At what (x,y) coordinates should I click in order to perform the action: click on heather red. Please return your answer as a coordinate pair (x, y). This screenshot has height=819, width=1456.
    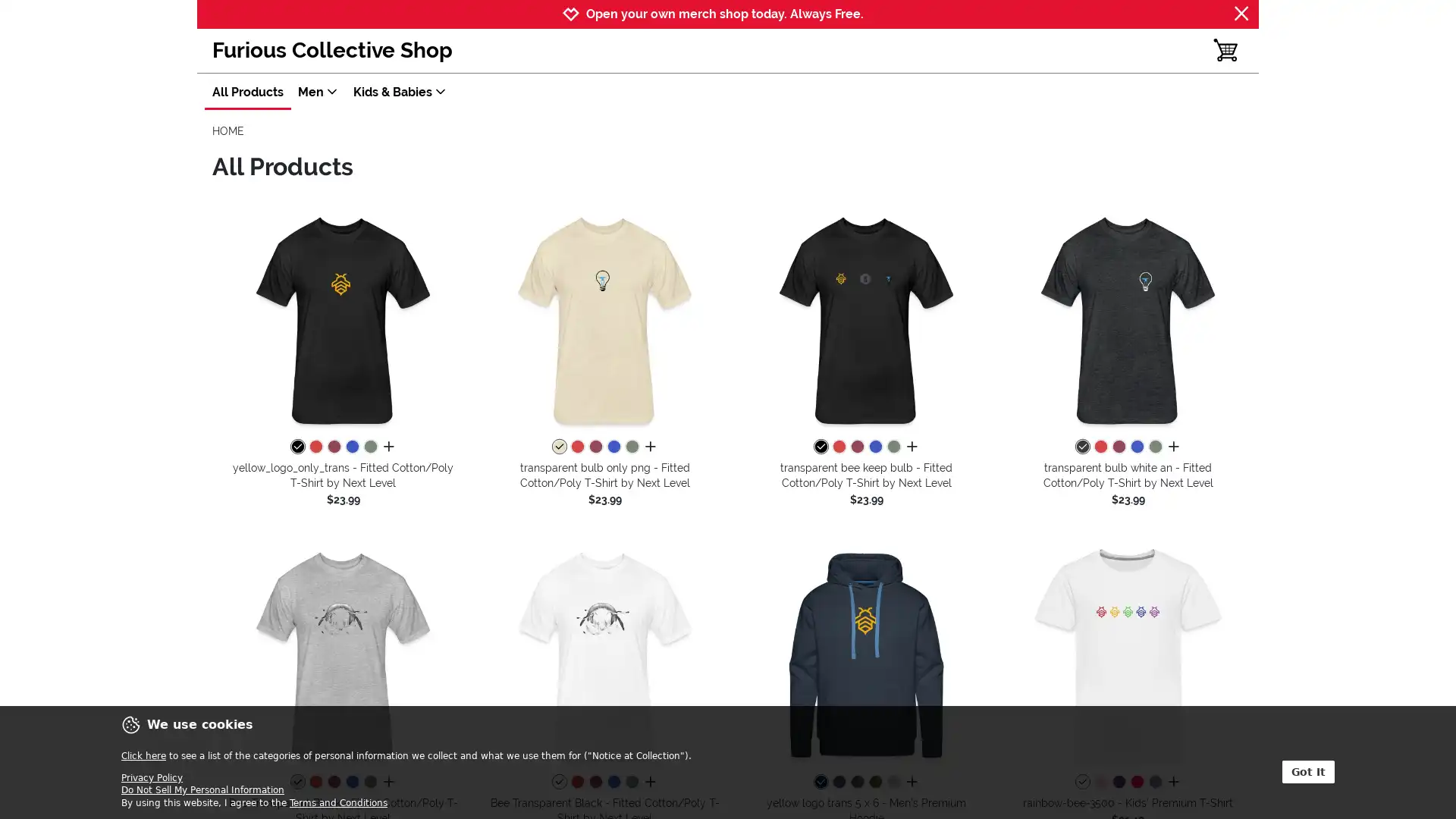
    Looking at the image, I should click on (315, 447).